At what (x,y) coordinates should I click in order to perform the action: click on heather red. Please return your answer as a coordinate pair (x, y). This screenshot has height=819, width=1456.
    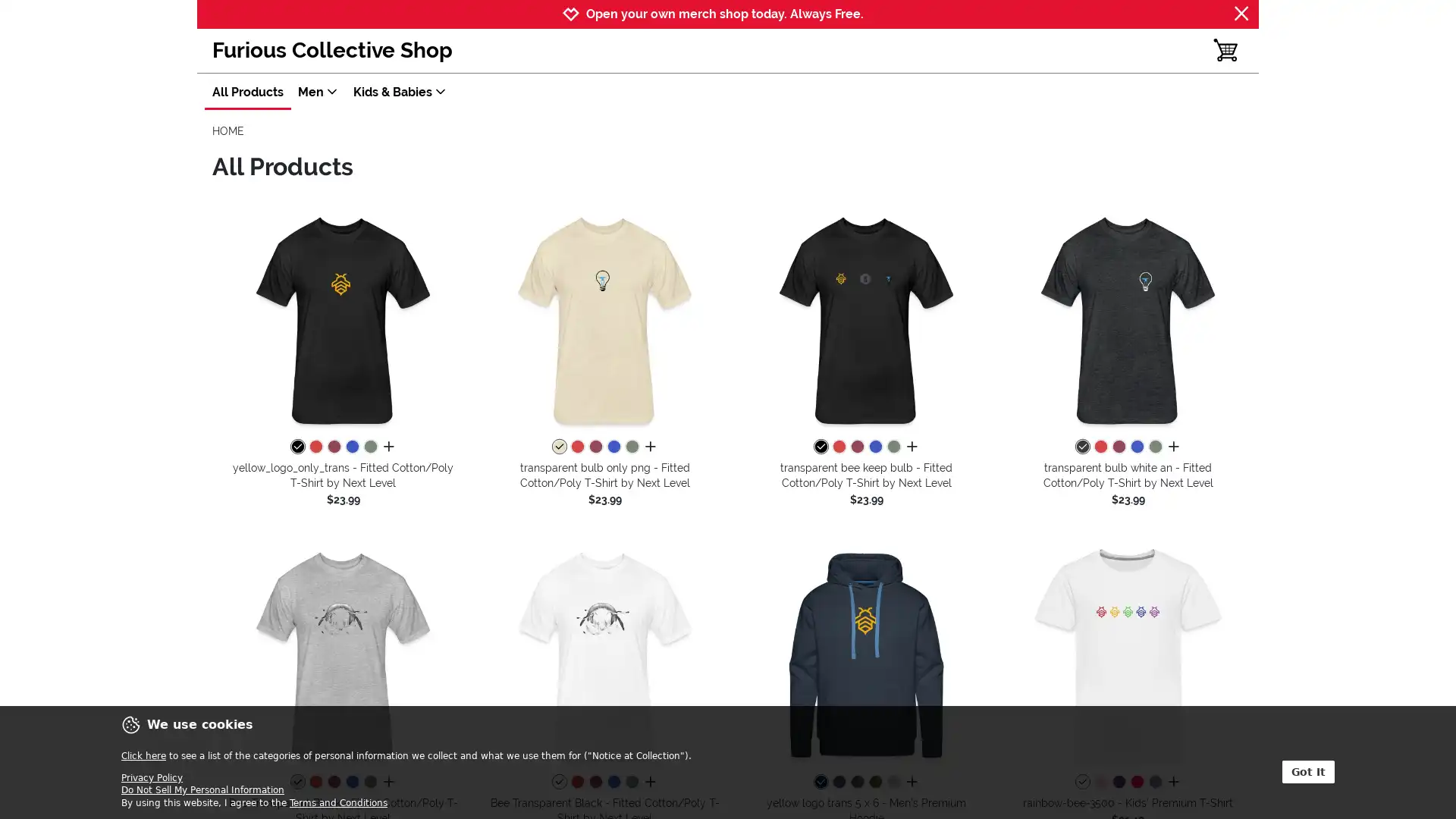
    Looking at the image, I should click on (315, 447).